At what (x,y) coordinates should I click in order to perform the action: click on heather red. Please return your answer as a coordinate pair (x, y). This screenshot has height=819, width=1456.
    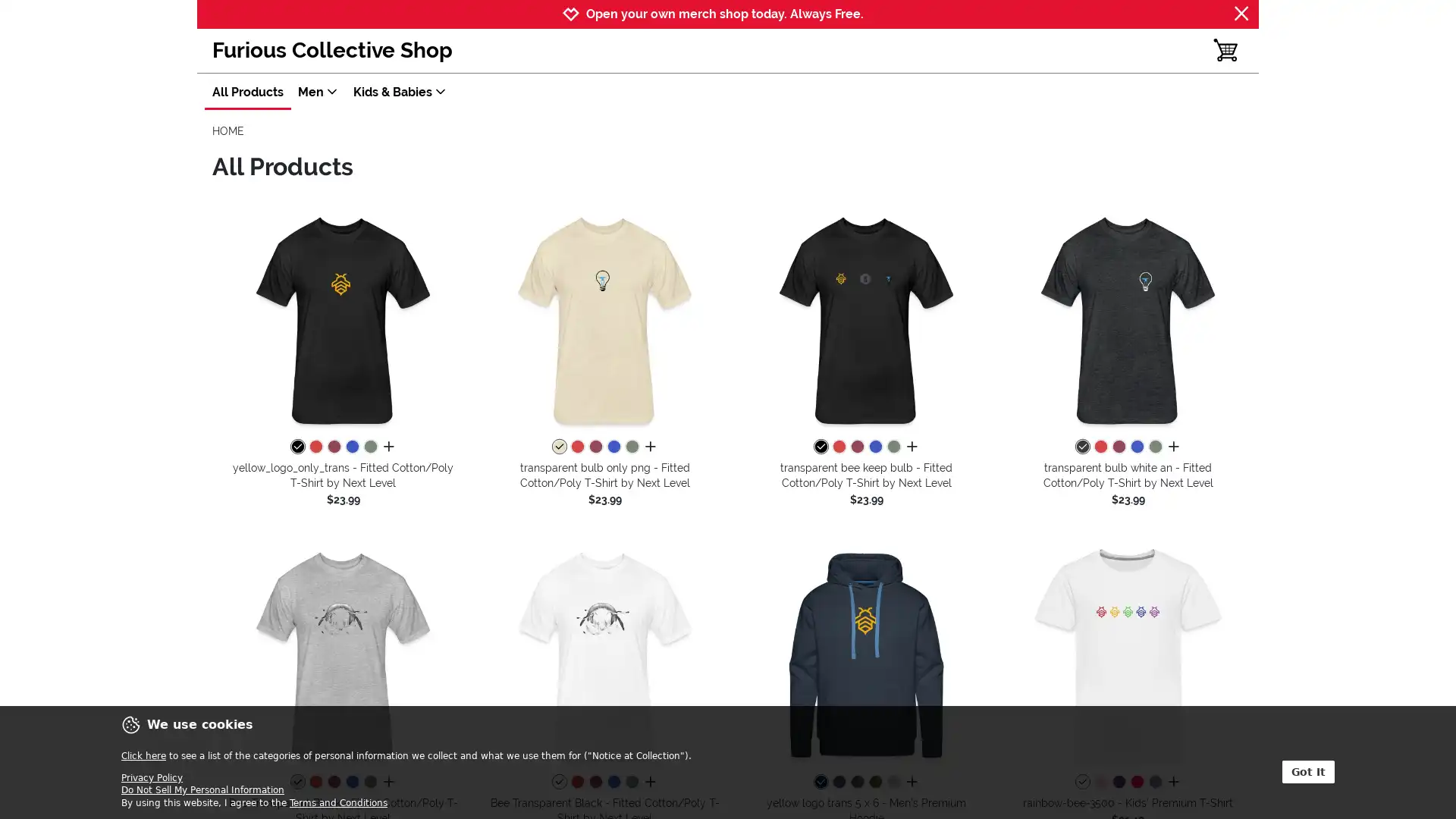
    Looking at the image, I should click on (315, 447).